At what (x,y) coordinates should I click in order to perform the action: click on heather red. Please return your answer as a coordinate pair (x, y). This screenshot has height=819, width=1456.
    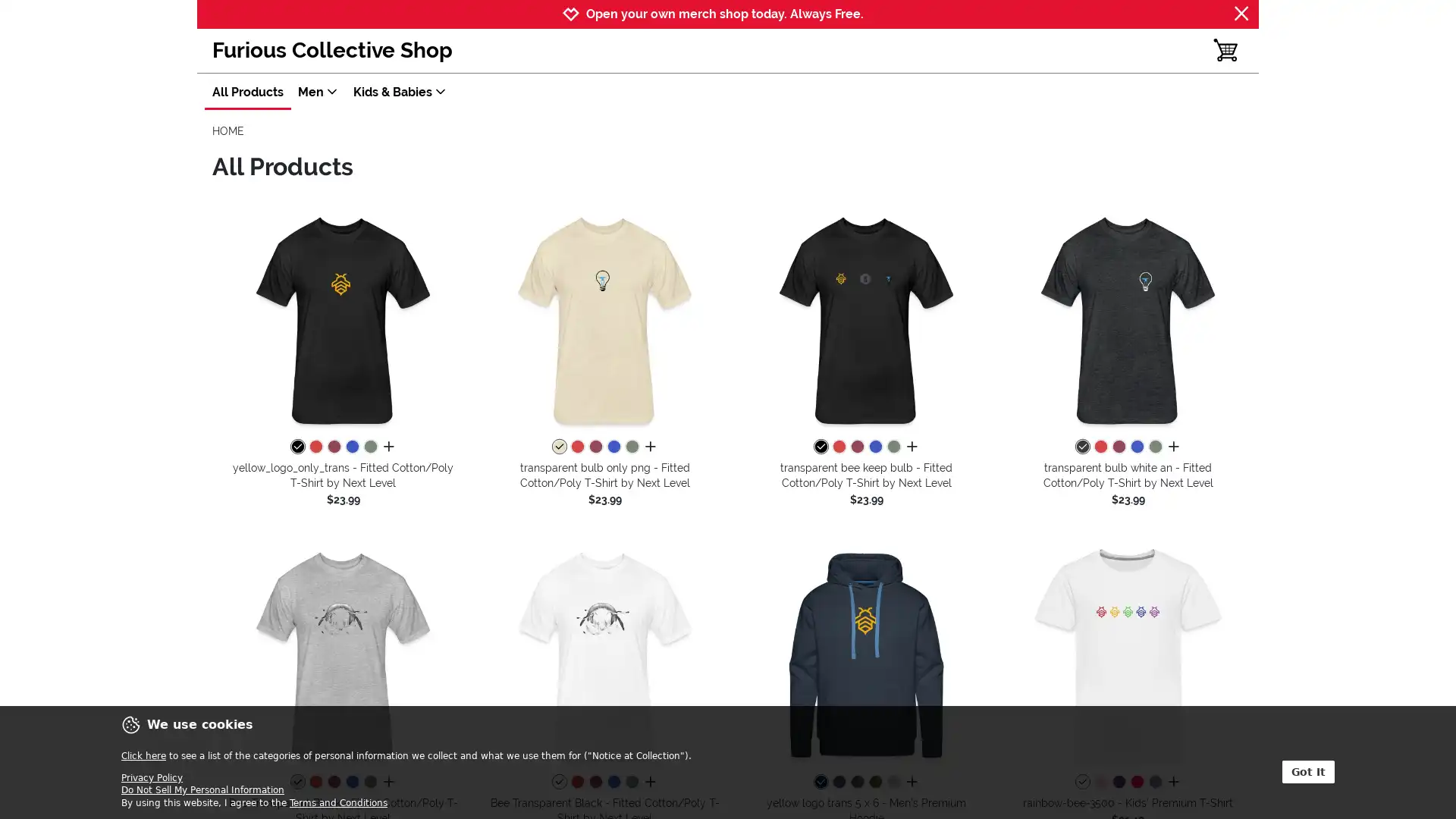
    Looking at the image, I should click on (315, 447).